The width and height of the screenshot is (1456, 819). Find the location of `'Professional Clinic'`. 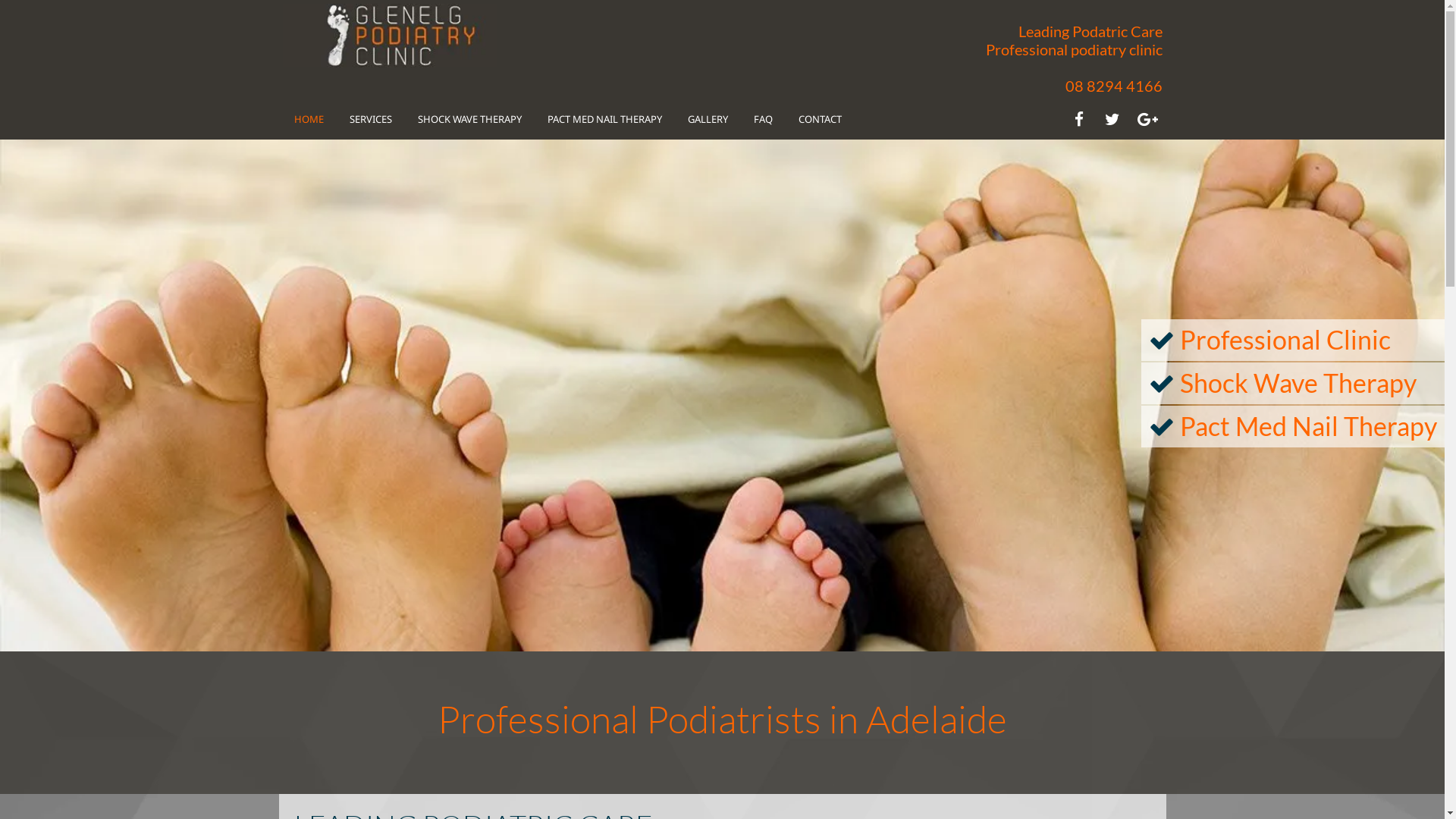

'Professional Clinic' is located at coordinates (1284, 338).